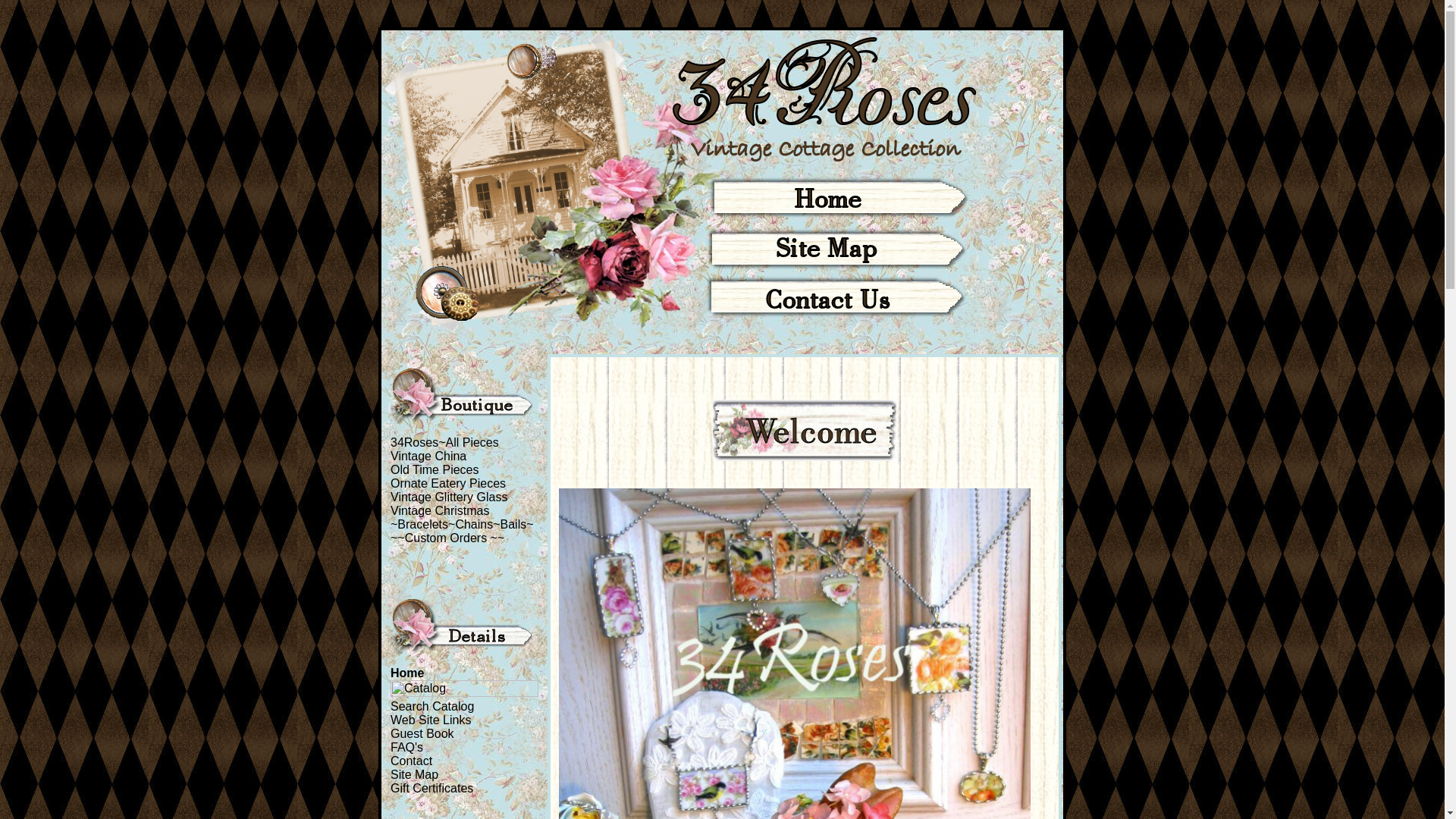  What do you see at coordinates (390, 706) in the screenshot?
I see `'Search Catalog'` at bounding box center [390, 706].